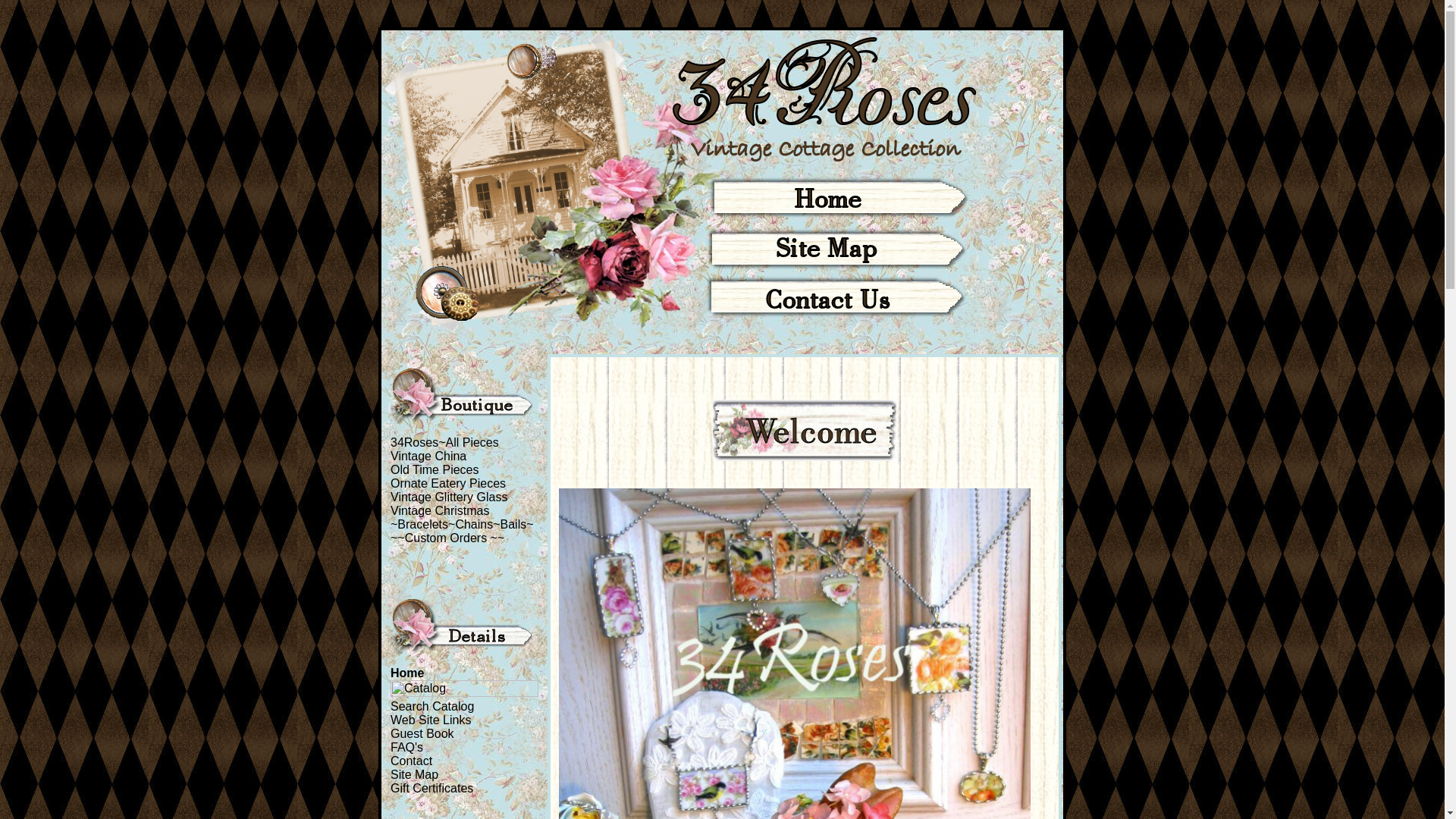  What do you see at coordinates (390, 706) in the screenshot?
I see `'Search Catalog'` at bounding box center [390, 706].